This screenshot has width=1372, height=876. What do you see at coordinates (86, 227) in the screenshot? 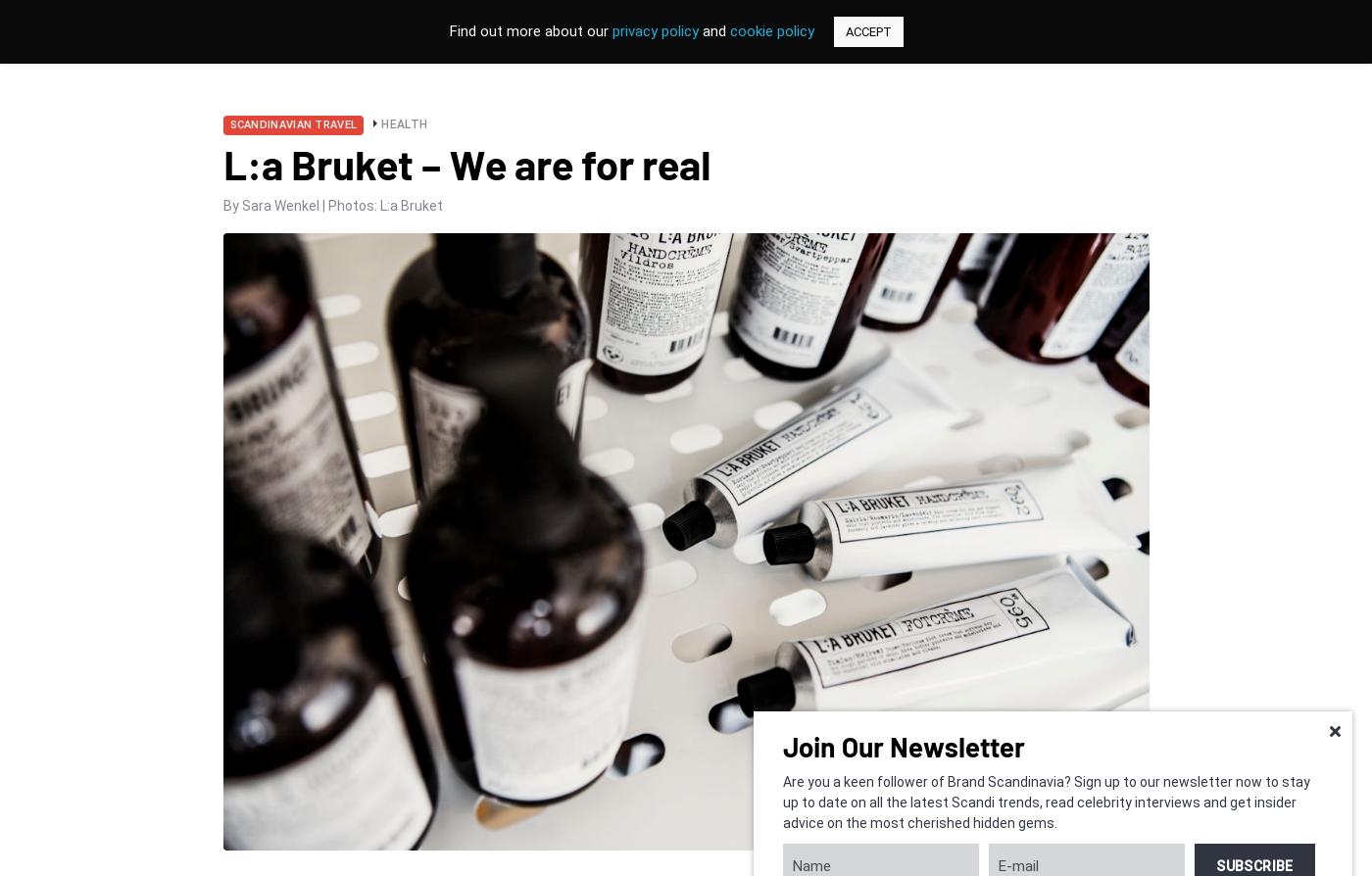
I see `'Fashion'` at bounding box center [86, 227].